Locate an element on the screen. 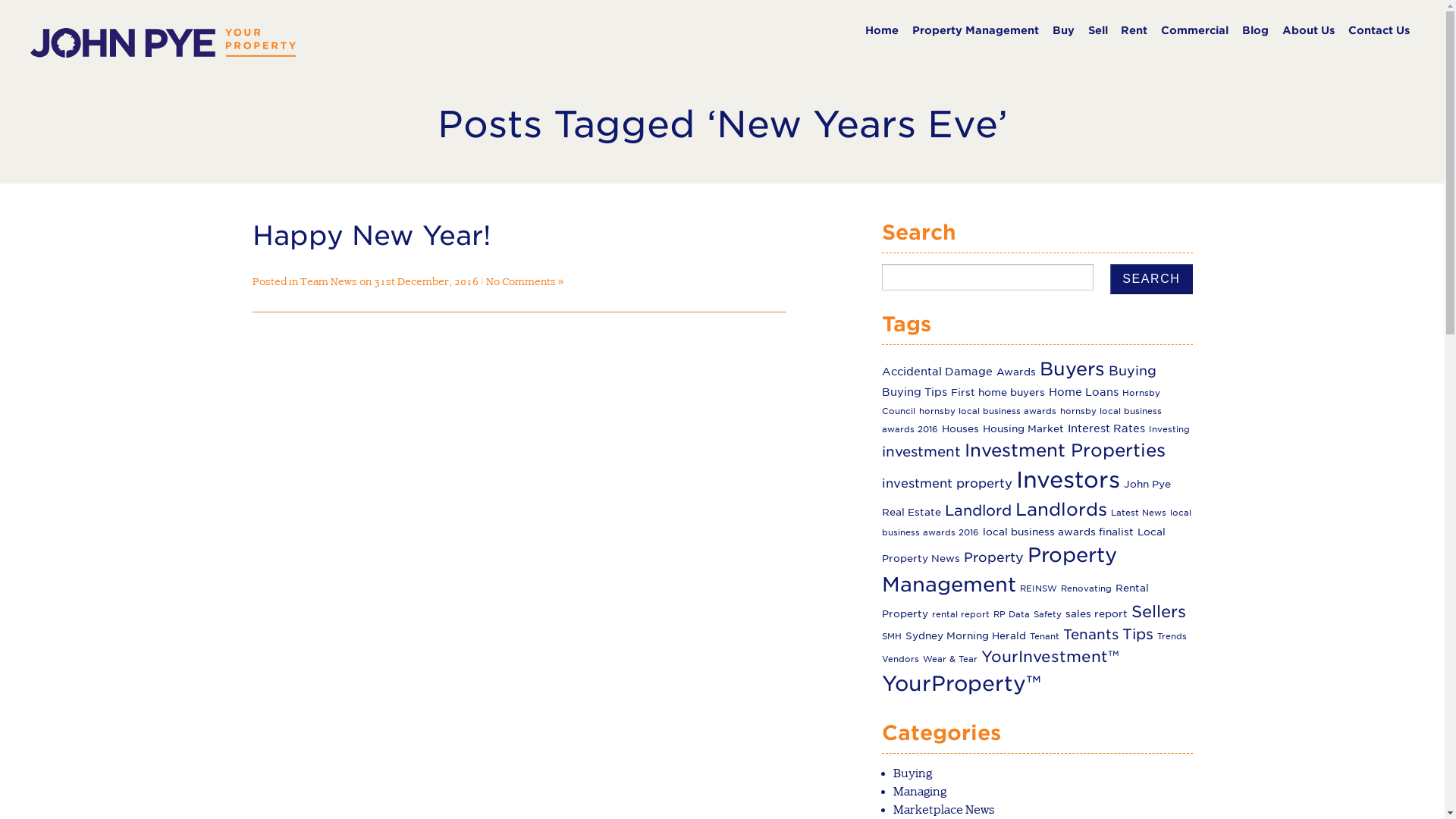  'Hornsby Council' is located at coordinates (1021, 401).